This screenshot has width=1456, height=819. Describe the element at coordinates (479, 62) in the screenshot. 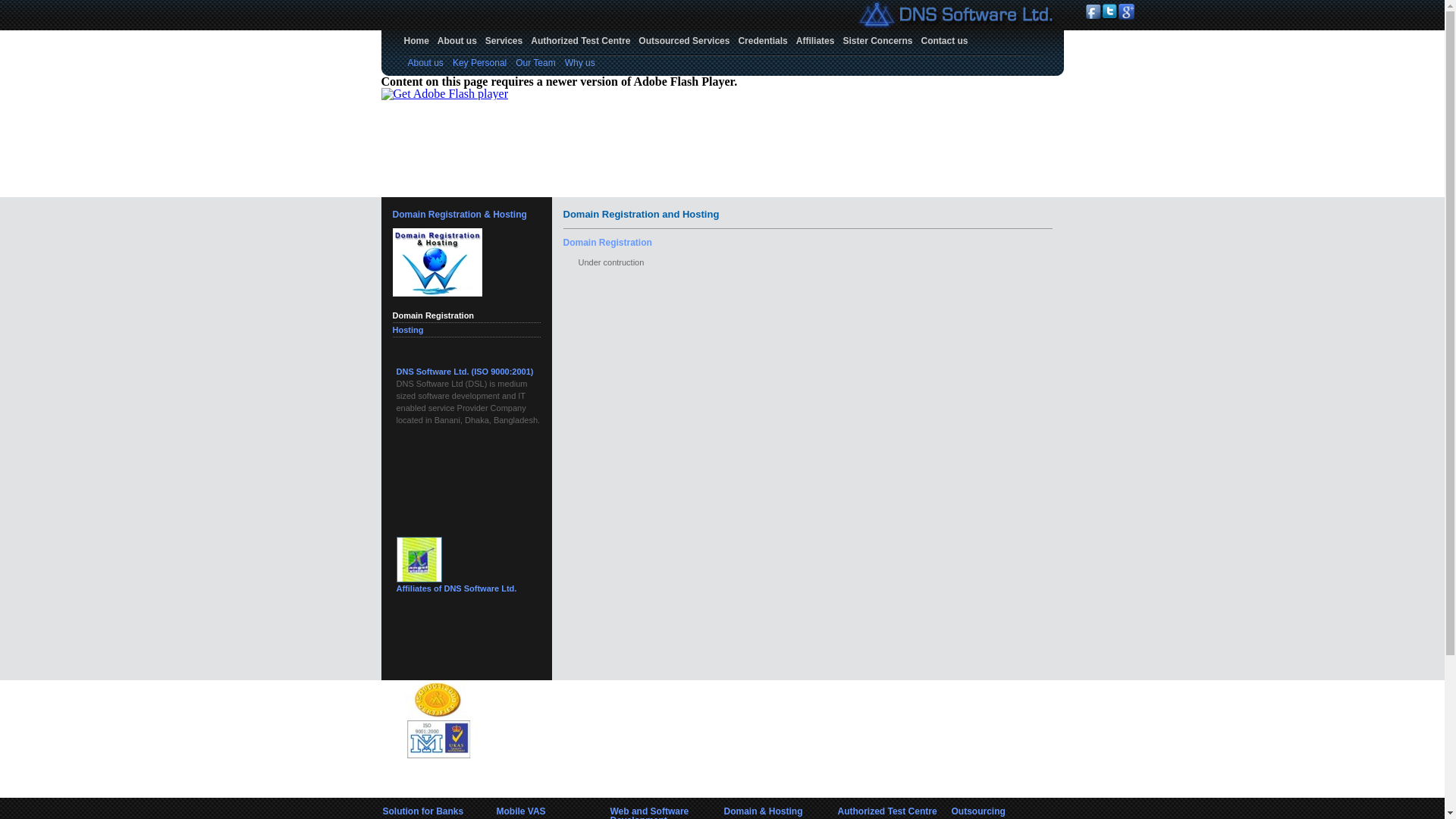

I see `'Key Personal'` at that location.